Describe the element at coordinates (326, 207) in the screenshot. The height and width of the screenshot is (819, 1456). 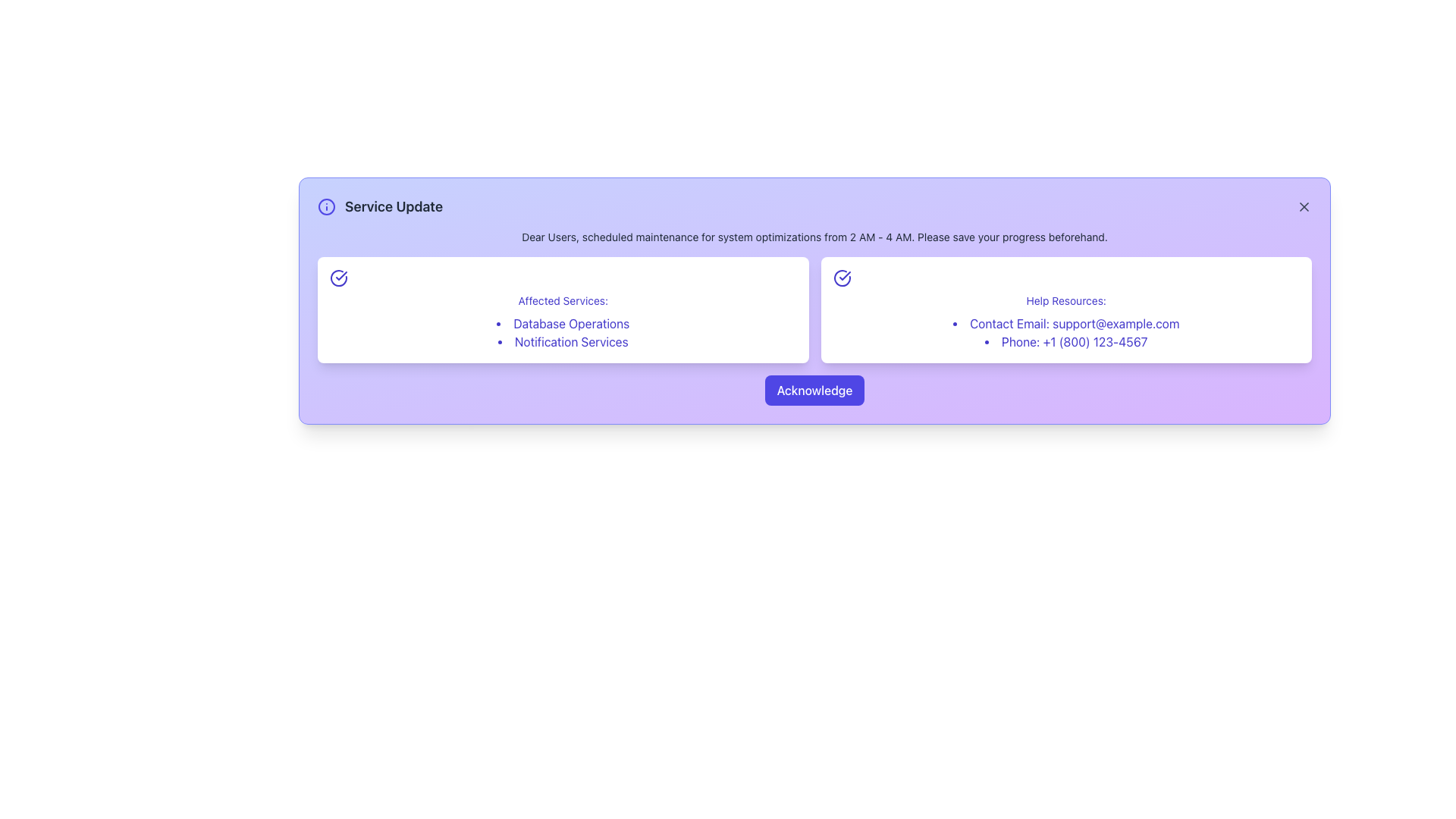
I see `the innermost circle element within the SVG graphic that emphasizes a point or action` at that location.